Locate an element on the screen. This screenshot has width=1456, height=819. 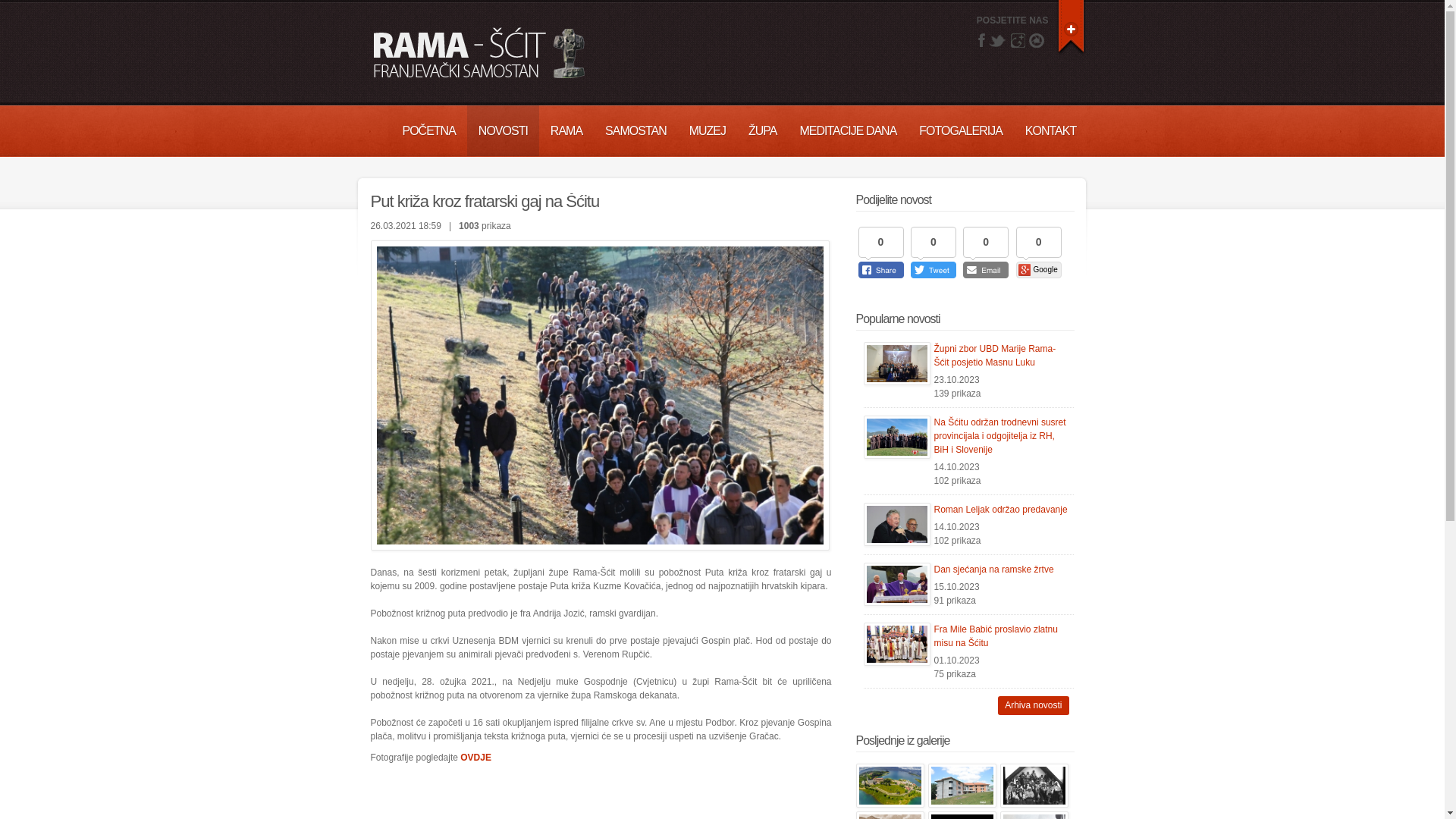
'Twitter' is located at coordinates (997, 39).